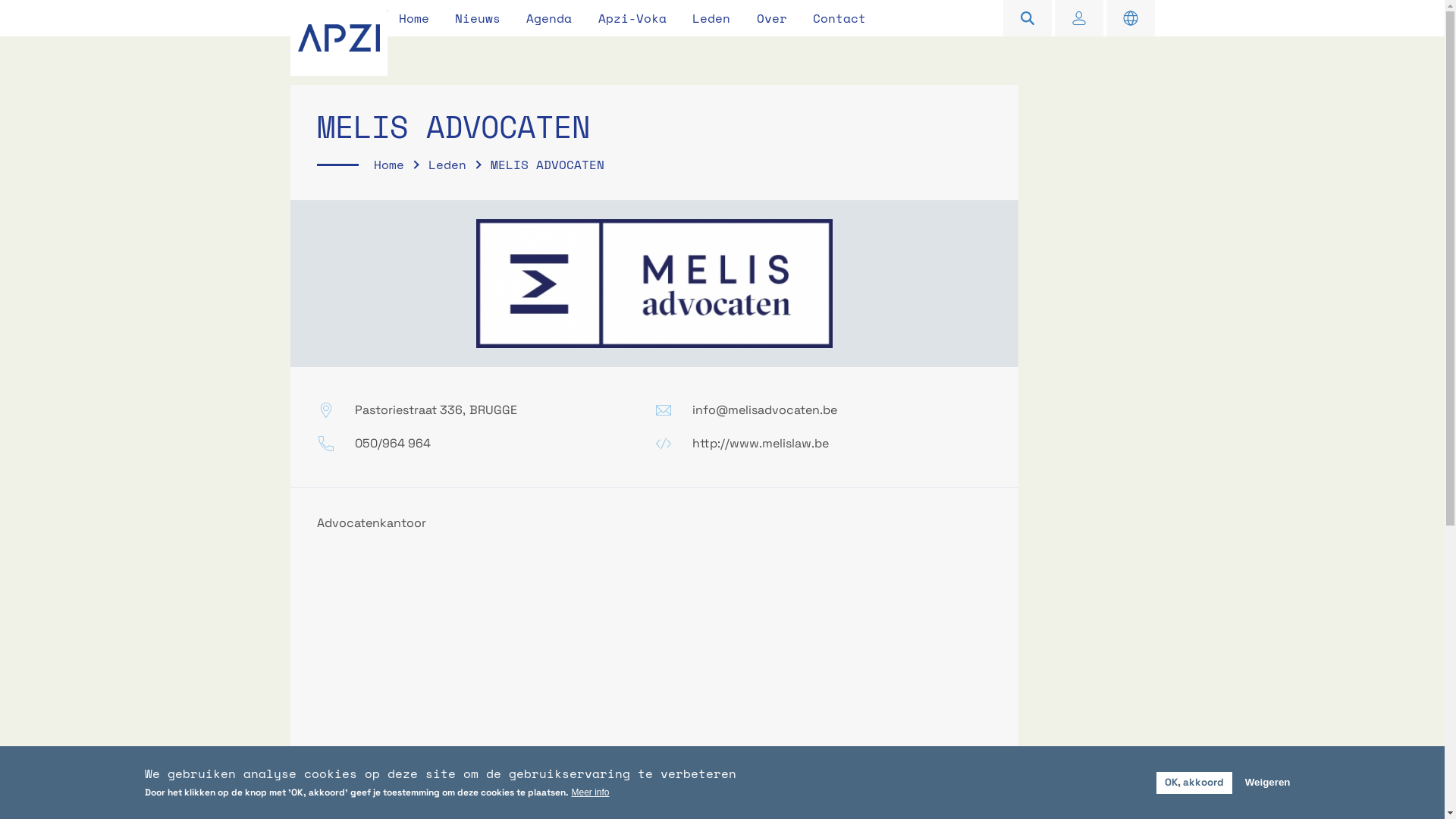  What do you see at coordinates (97, 0) in the screenshot?
I see `'Overslaan en naar de inhoud gaan'` at bounding box center [97, 0].